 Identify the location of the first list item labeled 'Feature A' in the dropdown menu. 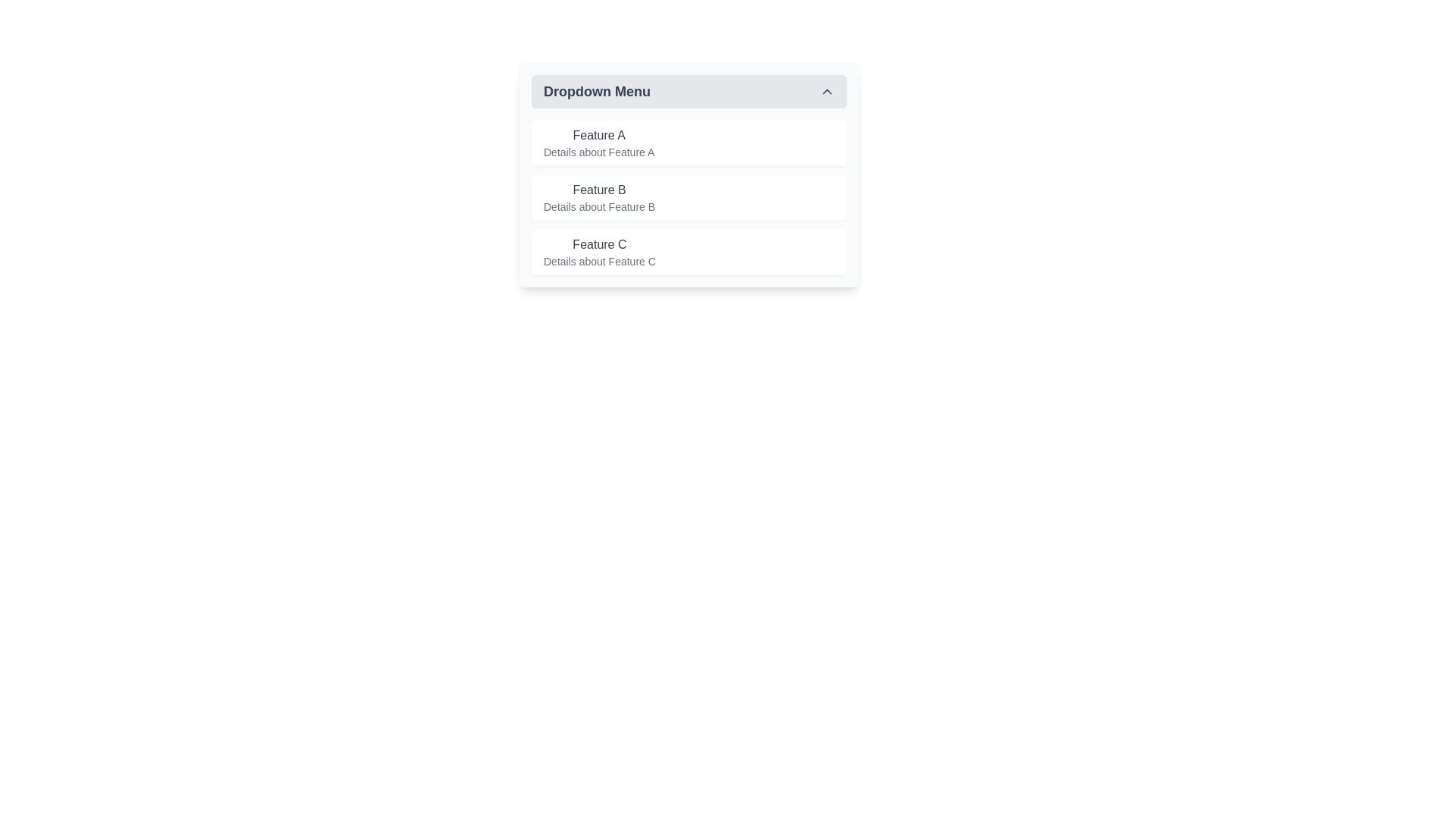
(598, 143).